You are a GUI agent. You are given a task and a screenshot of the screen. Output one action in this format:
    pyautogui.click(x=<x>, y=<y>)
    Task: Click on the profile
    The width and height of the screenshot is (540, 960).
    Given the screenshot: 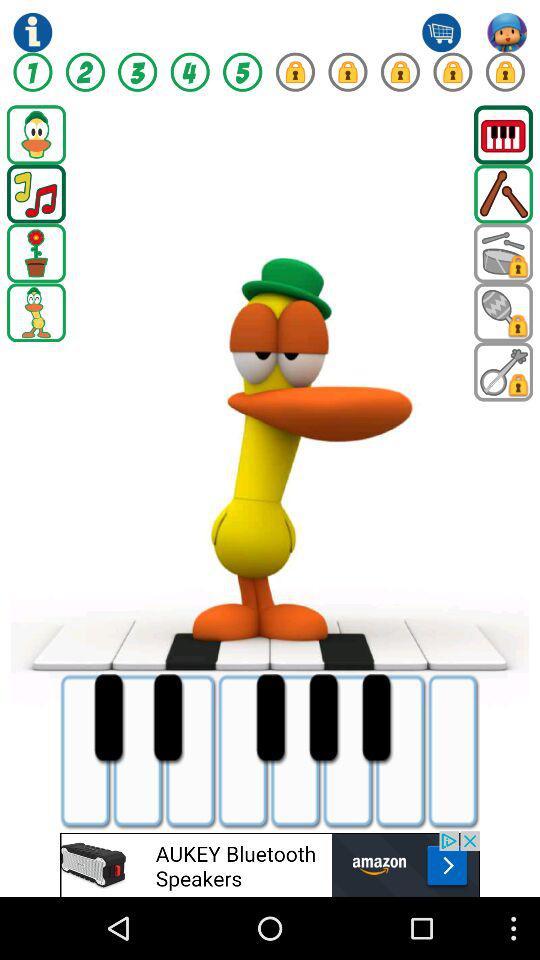 What is the action you would take?
    pyautogui.click(x=507, y=31)
    